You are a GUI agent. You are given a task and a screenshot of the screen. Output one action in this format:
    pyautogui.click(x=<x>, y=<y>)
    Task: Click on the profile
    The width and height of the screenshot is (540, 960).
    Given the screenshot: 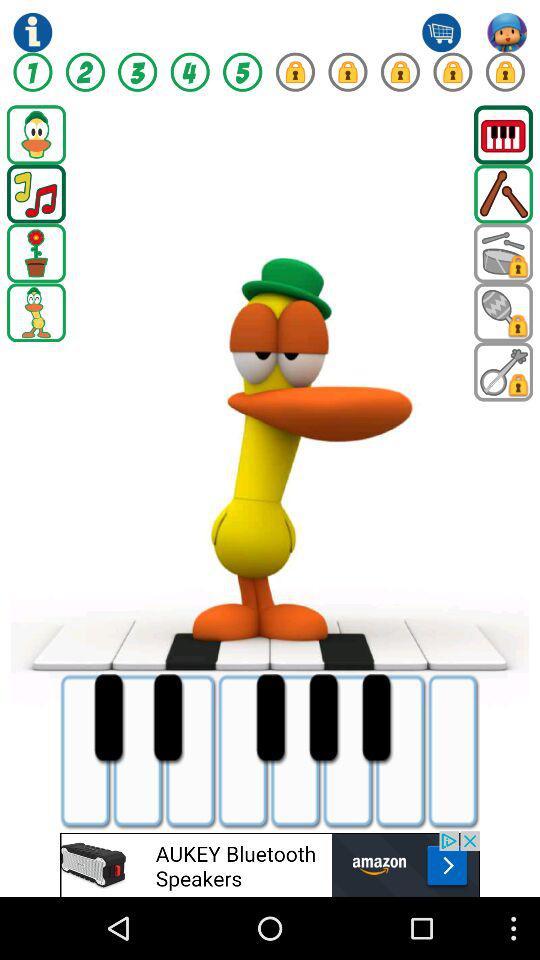 What is the action you would take?
    pyautogui.click(x=507, y=31)
    